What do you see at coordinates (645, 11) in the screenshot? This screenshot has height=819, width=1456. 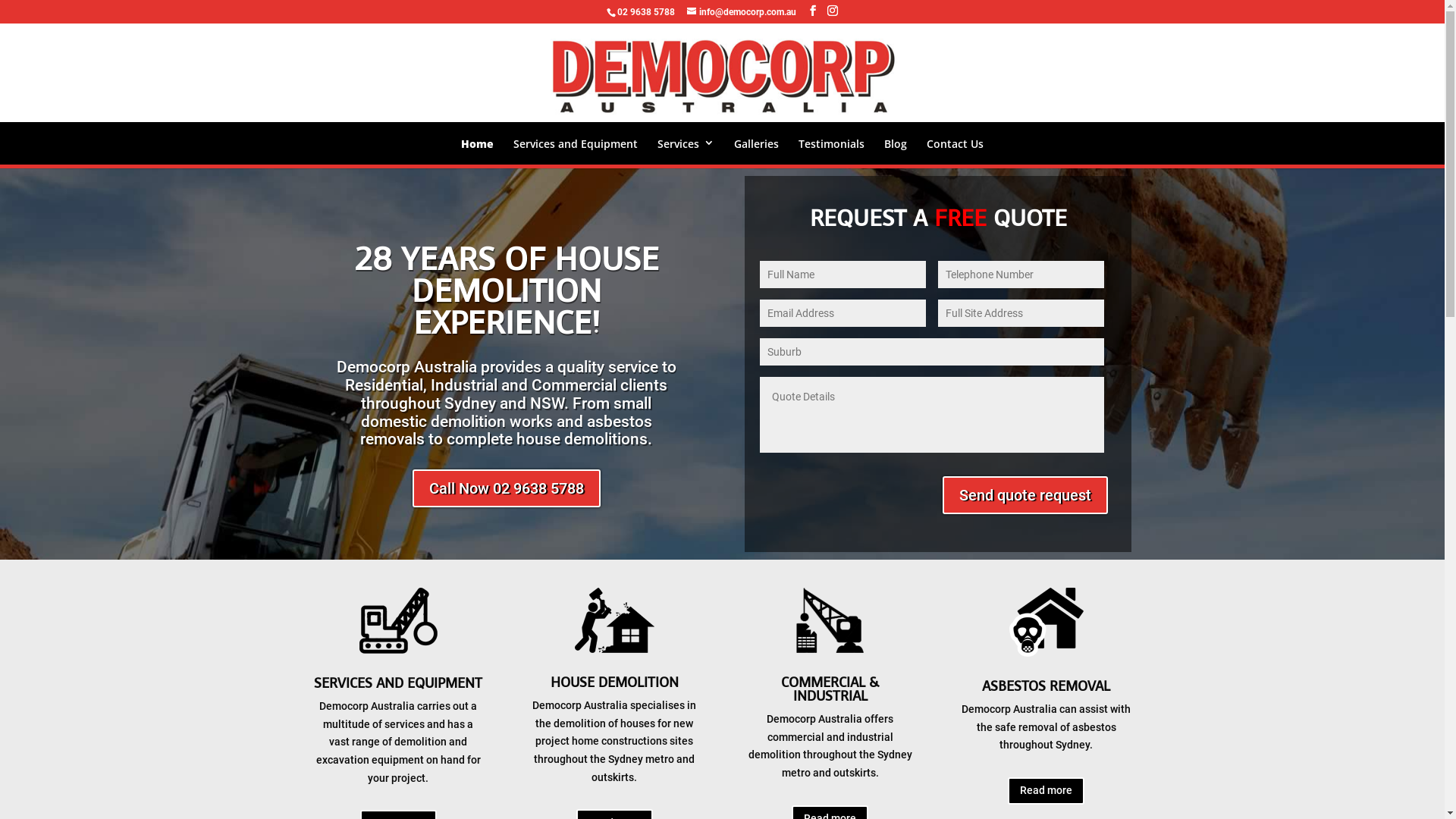 I see `'02 9638 5788'` at bounding box center [645, 11].